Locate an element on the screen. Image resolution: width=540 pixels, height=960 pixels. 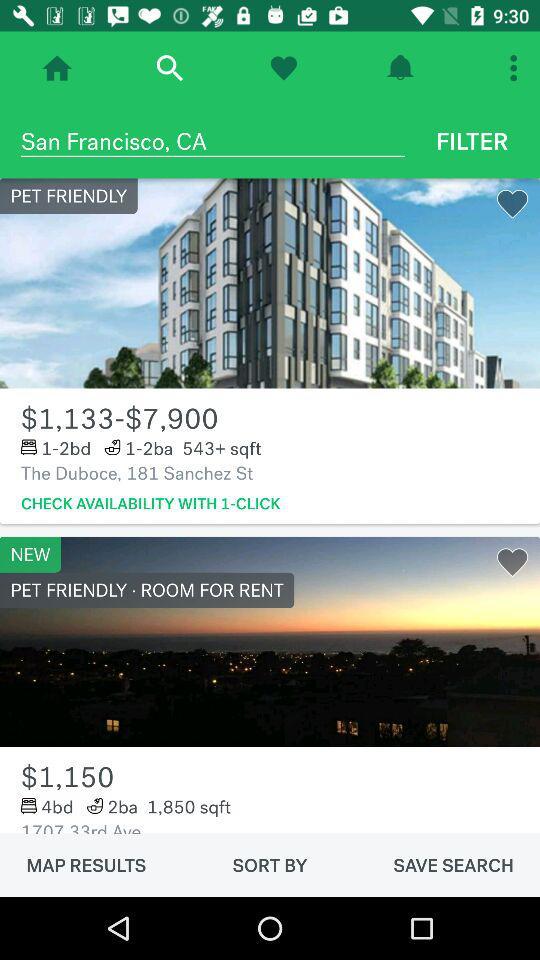
tap on it if you love the place is located at coordinates (282, 68).